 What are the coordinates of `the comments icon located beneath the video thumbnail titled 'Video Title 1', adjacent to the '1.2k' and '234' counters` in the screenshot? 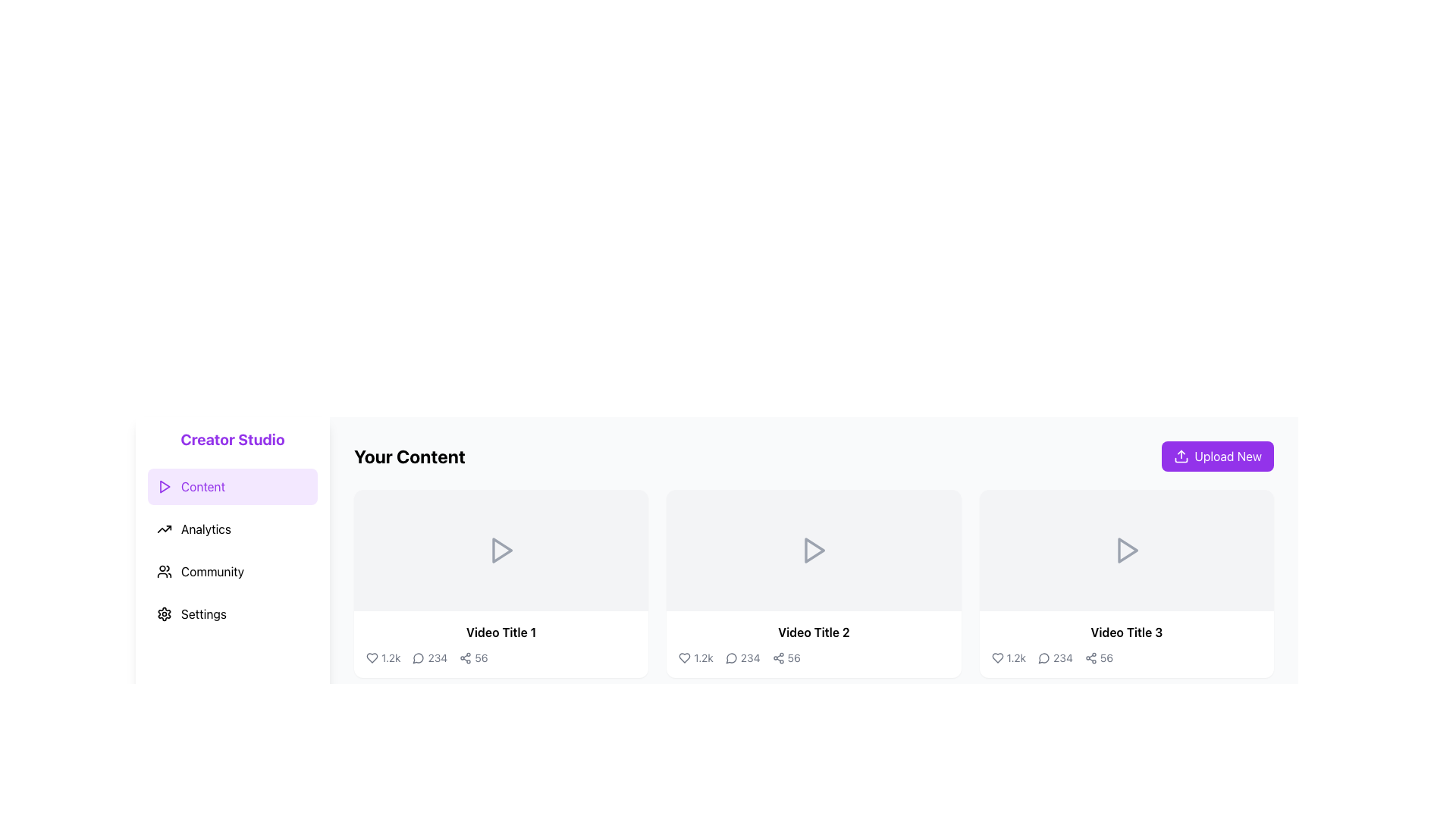 It's located at (419, 657).